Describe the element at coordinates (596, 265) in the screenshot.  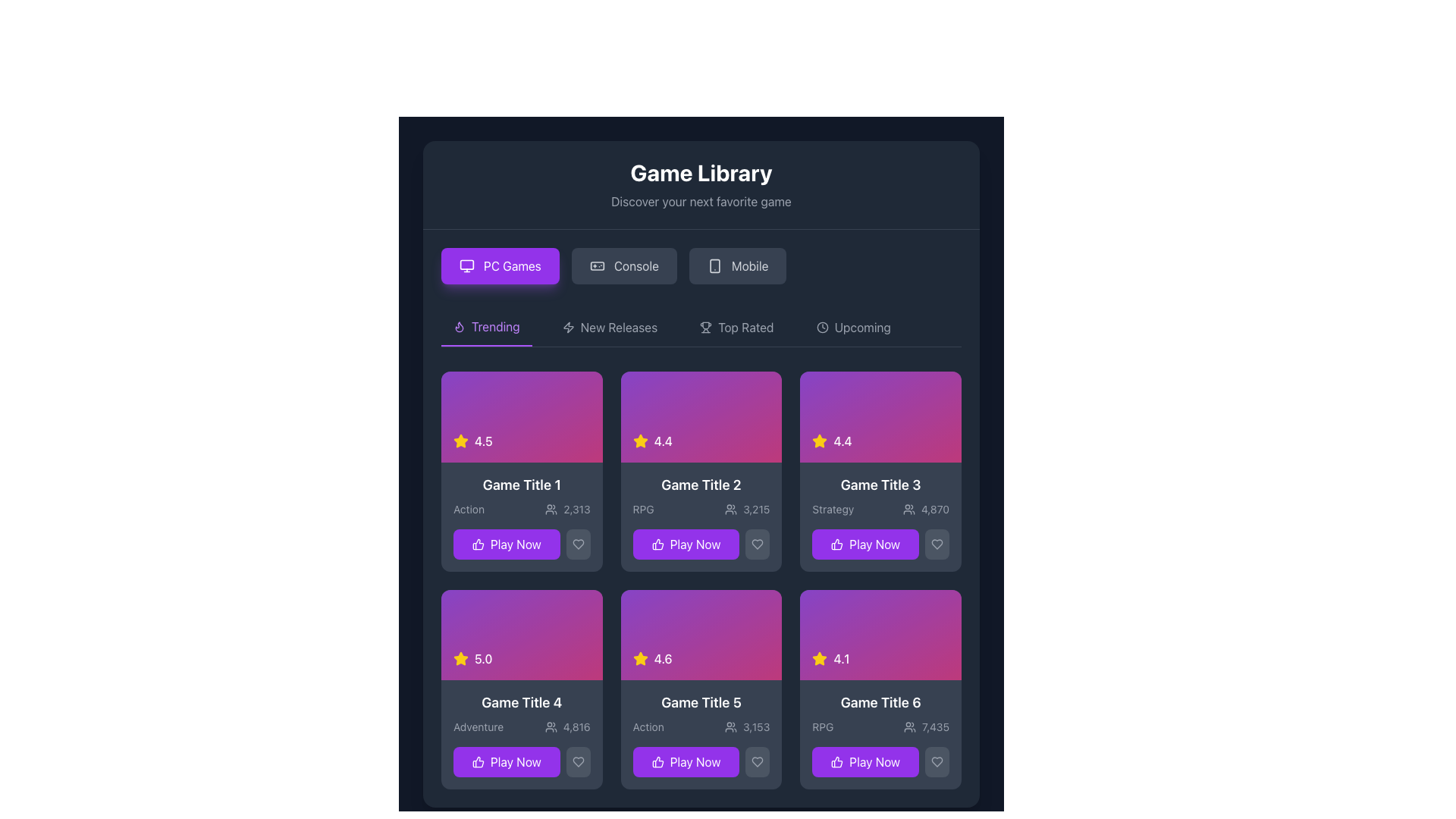
I see `the decorative SVG rectangle shape of the gamepad icon` at that location.